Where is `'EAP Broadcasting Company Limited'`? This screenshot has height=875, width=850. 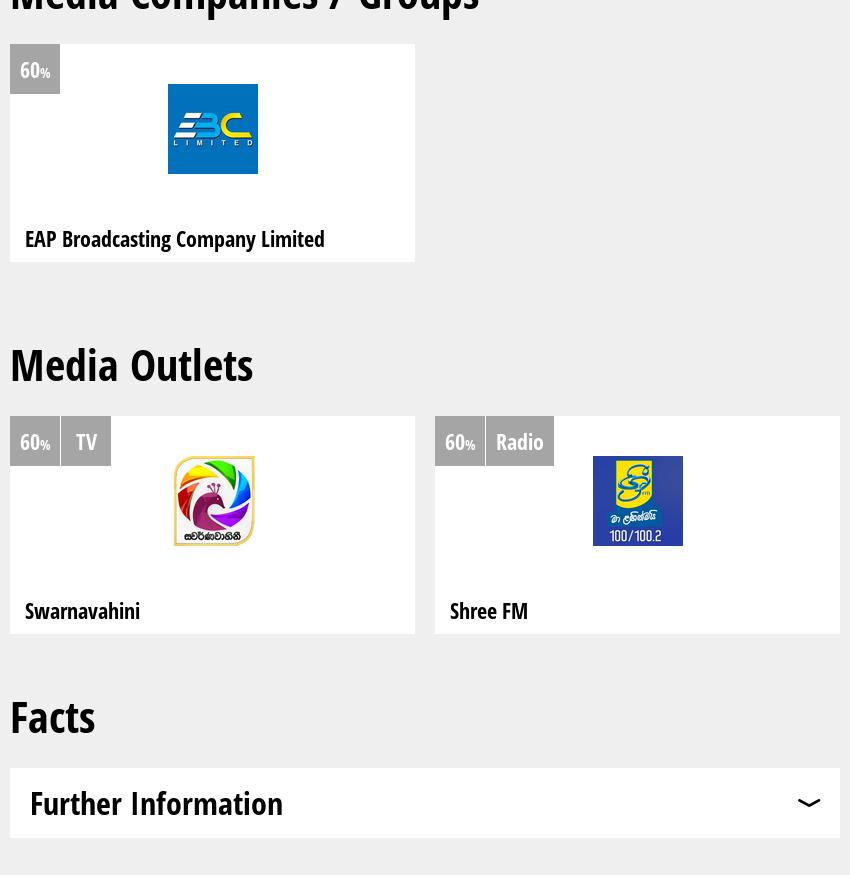 'EAP Broadcasting Company Limited' is located at coordinates (174, 238).